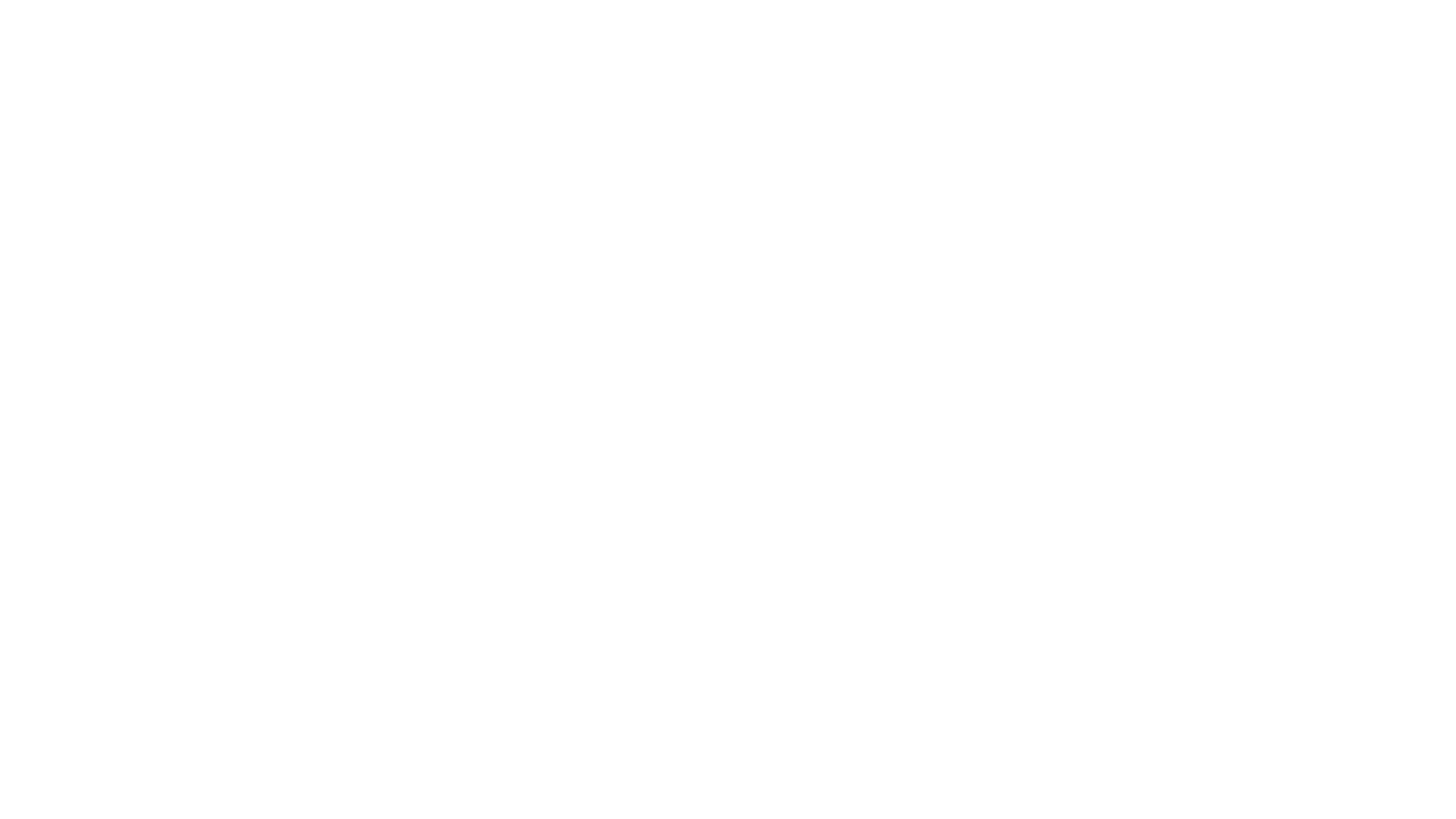  Describe the element at coordinates (944, 48) in the screenshot. I see `Hotel Reservations` at that location.